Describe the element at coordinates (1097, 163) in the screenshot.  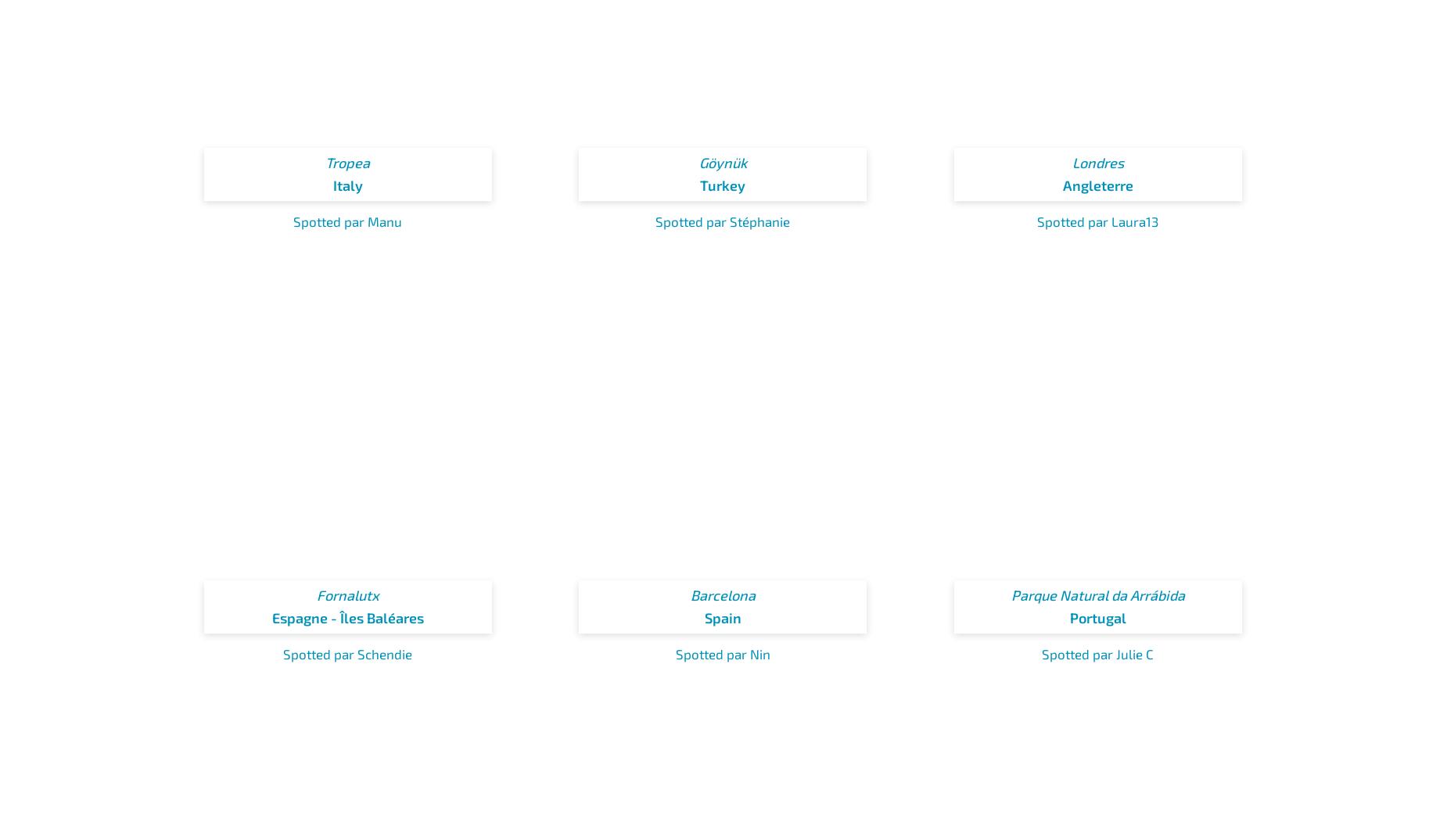
I see `'Londres'` at that location.